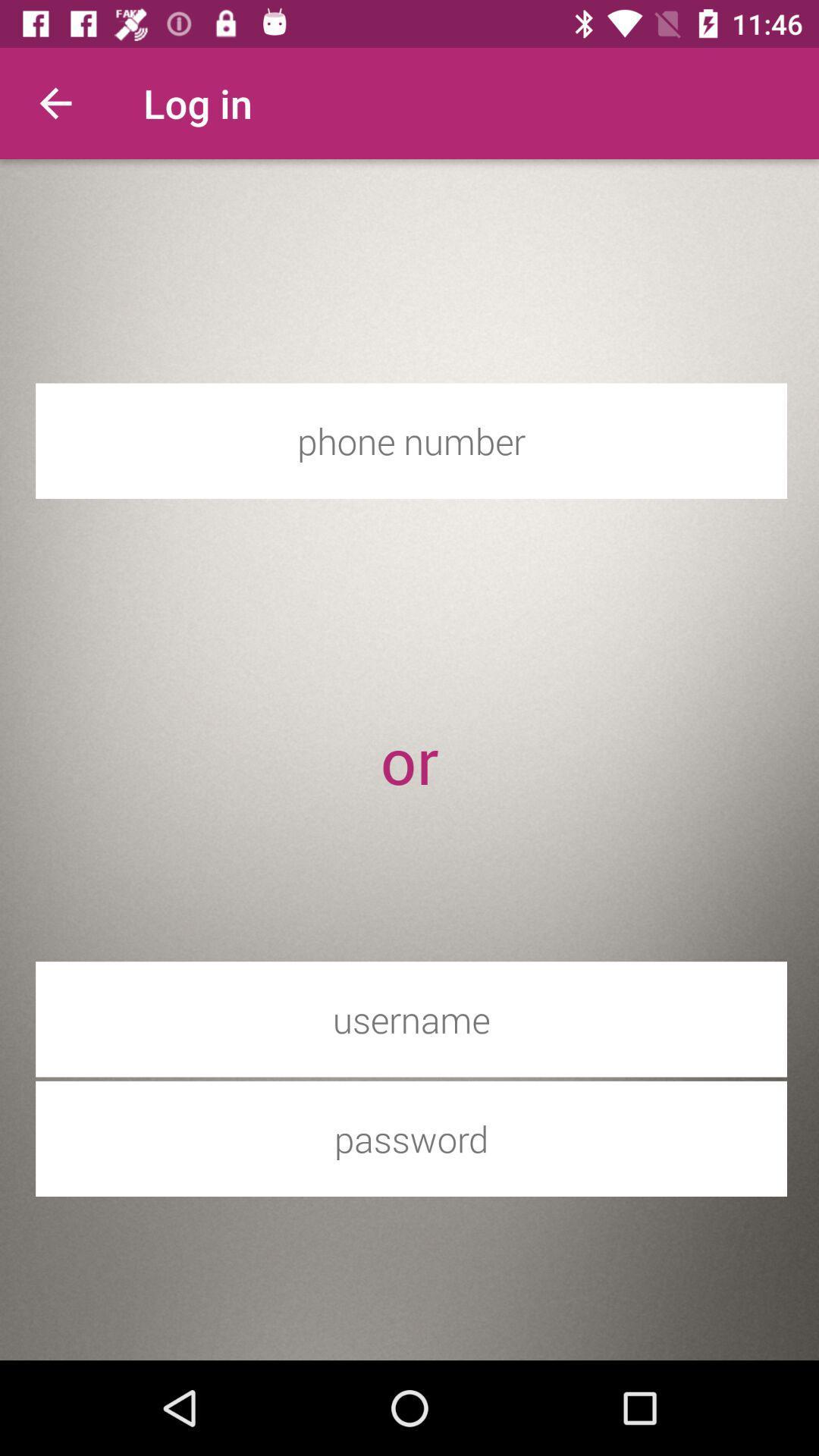 The image size is (819, 1456). Describe the element at coordinates (55, 102) in the screenshot. I see `the icon next to the log in icon` at that location.